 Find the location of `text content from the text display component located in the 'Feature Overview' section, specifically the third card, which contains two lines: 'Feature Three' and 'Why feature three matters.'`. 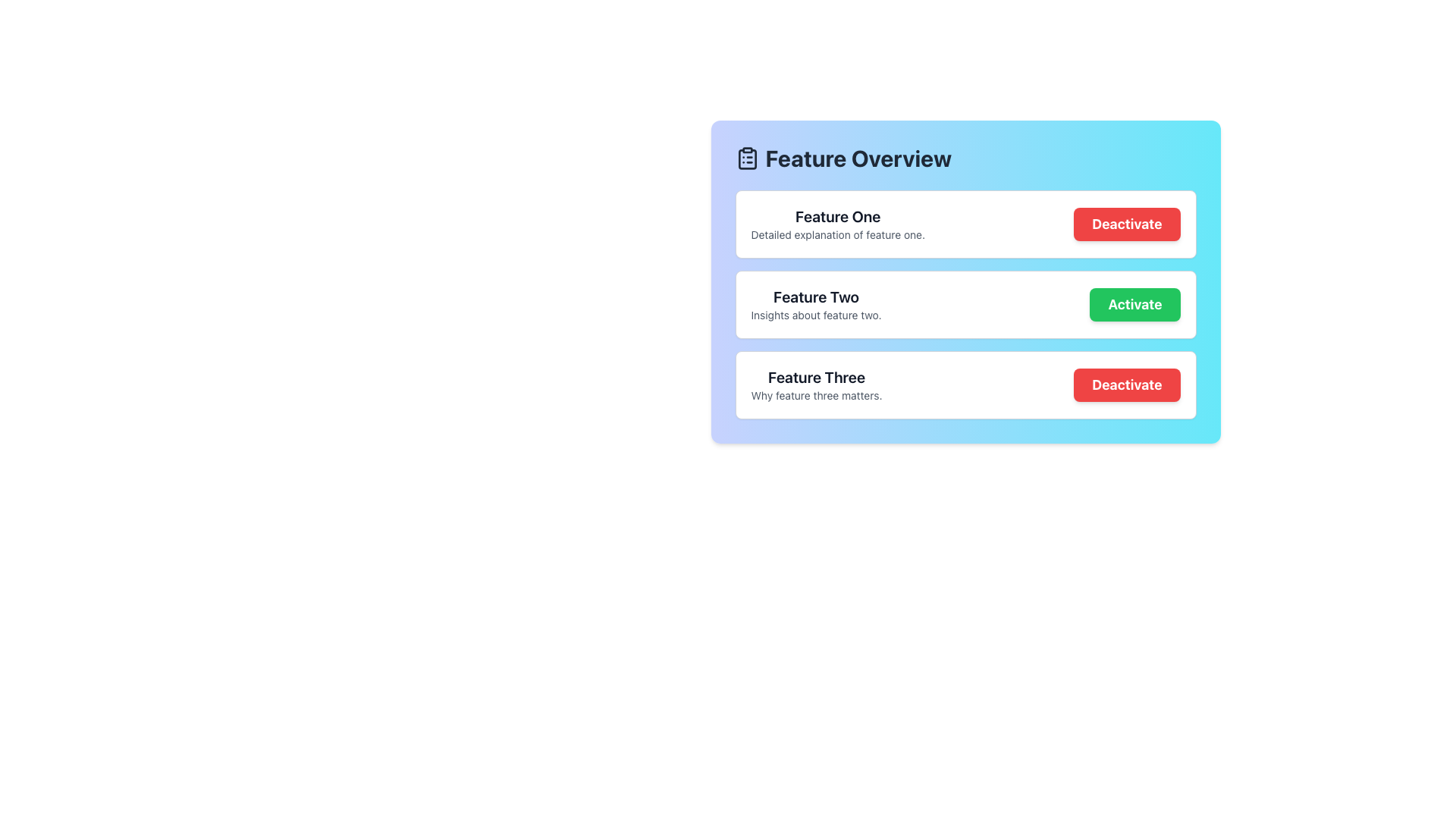

text content from the text display component located in the 'Feature Overview' section, specifically the third card, which contains two lines: 'Feature Three' and 'Why feature three matters.' is located at coordinates (815, 384).